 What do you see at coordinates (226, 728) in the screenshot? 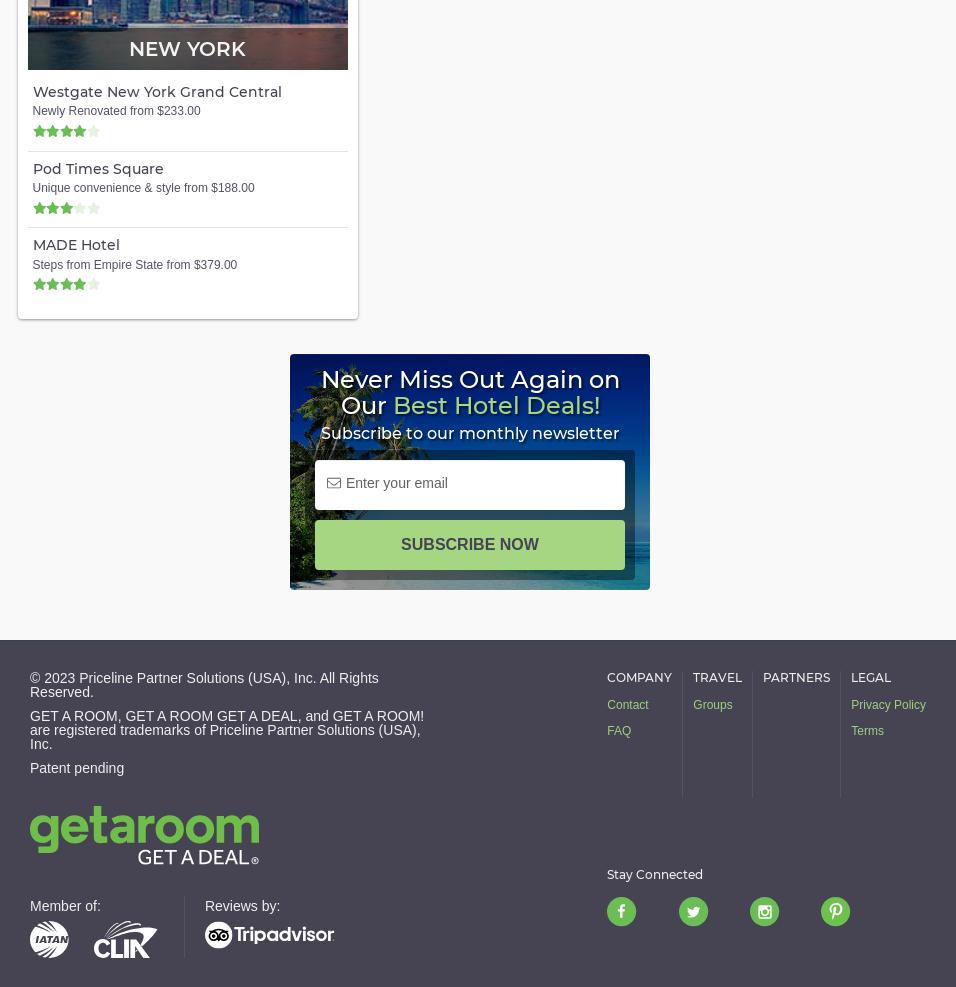
I see `'GET A ROOM, GET A ROOM GET A DEAL, and GET A ROOM! are registered trademarks of Priceline Partner Solutions (USA), Inc.'` at bounding box center [226, 728].